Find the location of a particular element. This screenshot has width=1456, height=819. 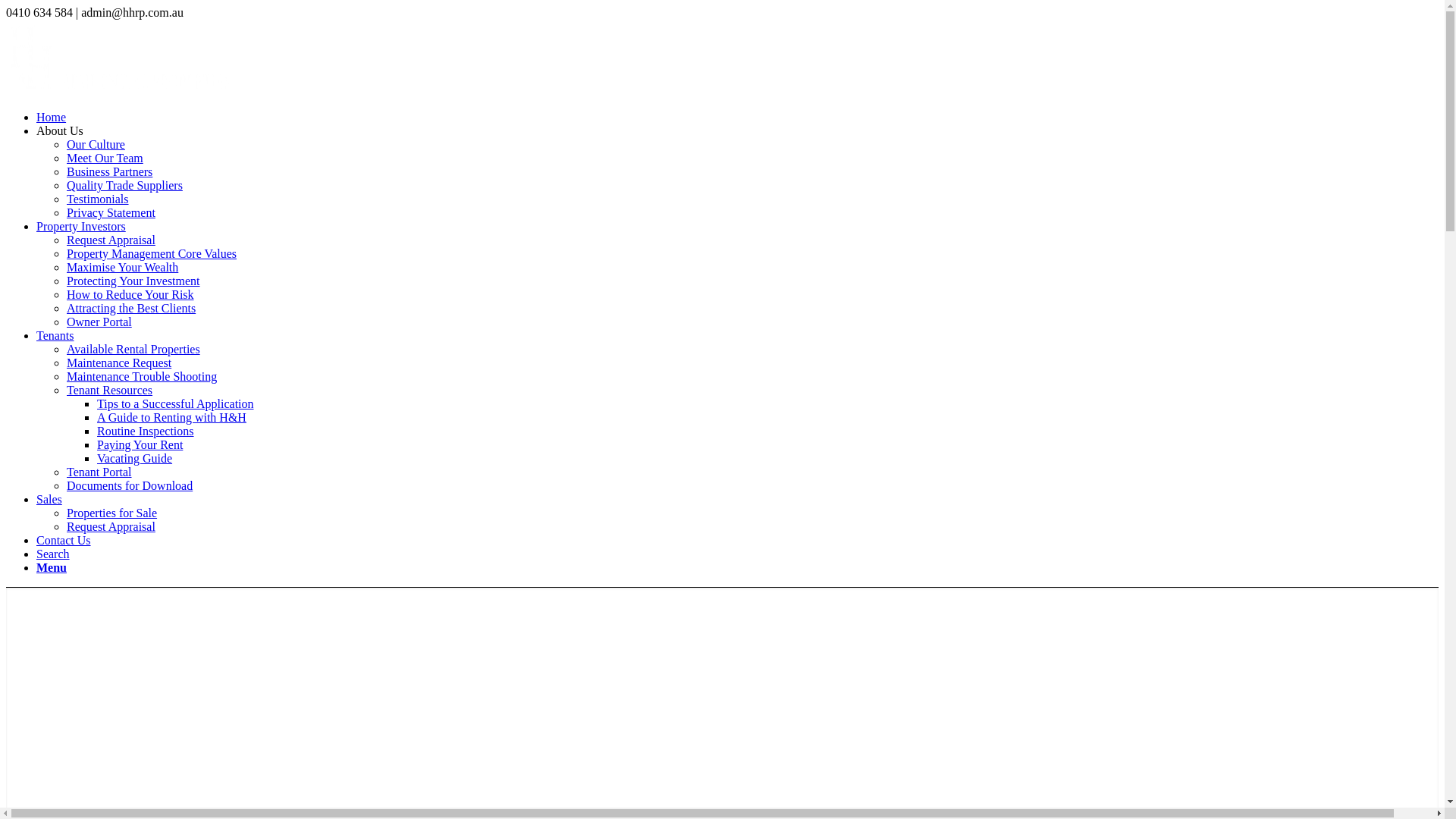

'Request Appraisal' is located at coordinates (65, 526).